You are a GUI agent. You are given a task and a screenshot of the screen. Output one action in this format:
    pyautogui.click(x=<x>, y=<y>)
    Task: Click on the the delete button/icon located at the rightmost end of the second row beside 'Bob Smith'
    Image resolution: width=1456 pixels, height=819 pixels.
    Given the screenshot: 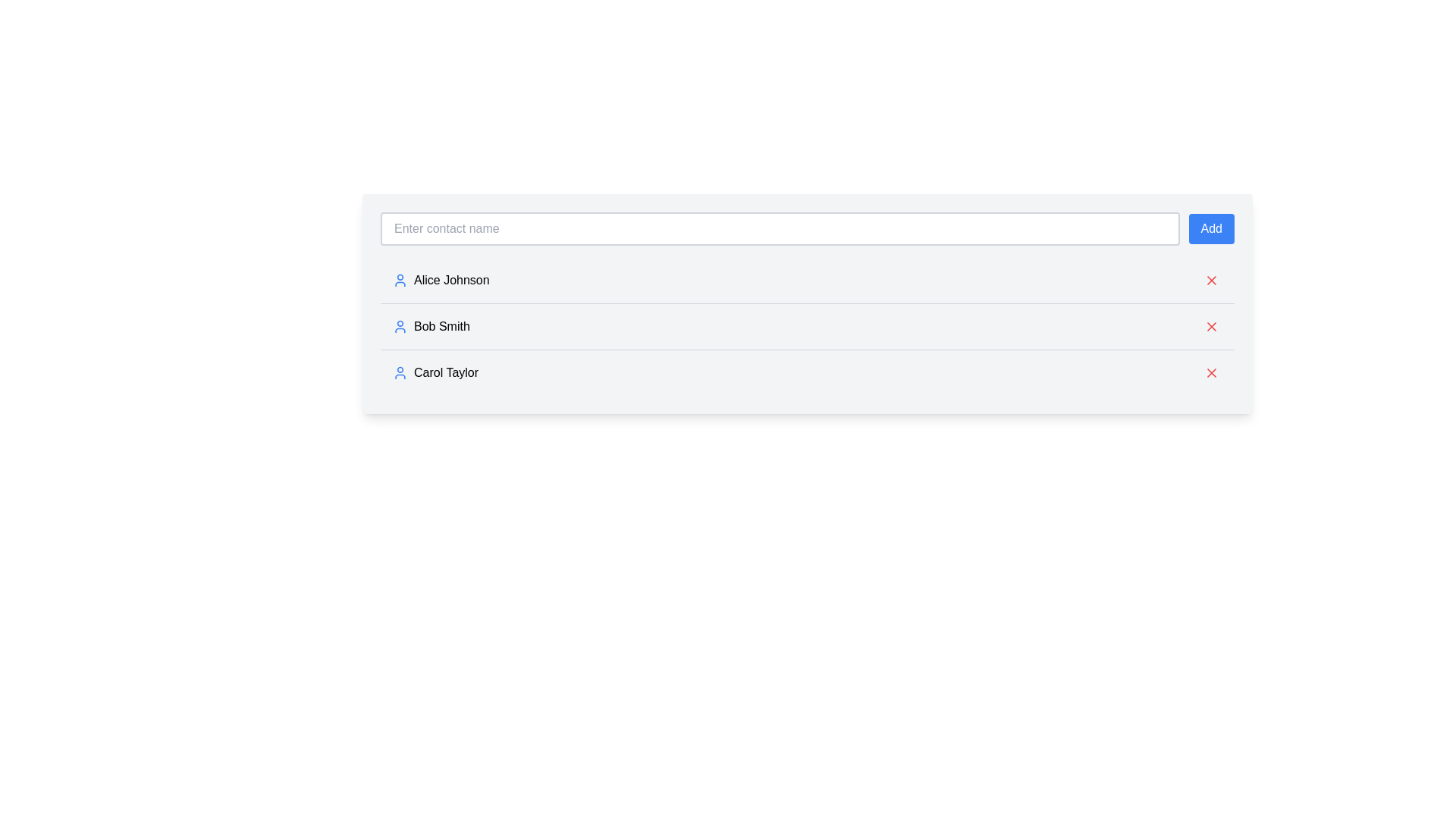 What is the action you would take?
    pyautogui.click(x=1211, y=326)
    